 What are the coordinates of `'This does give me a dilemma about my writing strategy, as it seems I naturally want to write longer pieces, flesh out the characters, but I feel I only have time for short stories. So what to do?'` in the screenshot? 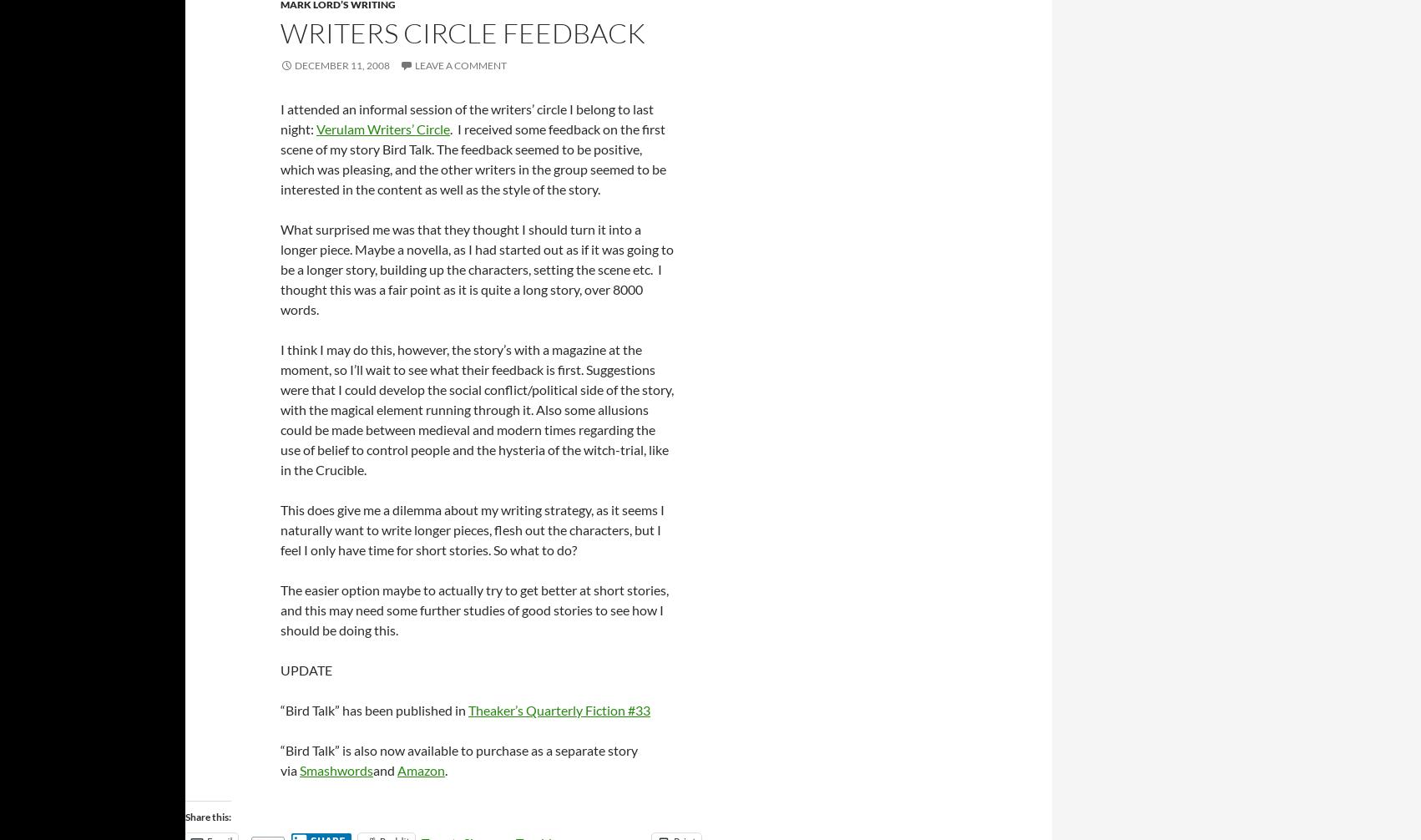 It's located at (471, 529).